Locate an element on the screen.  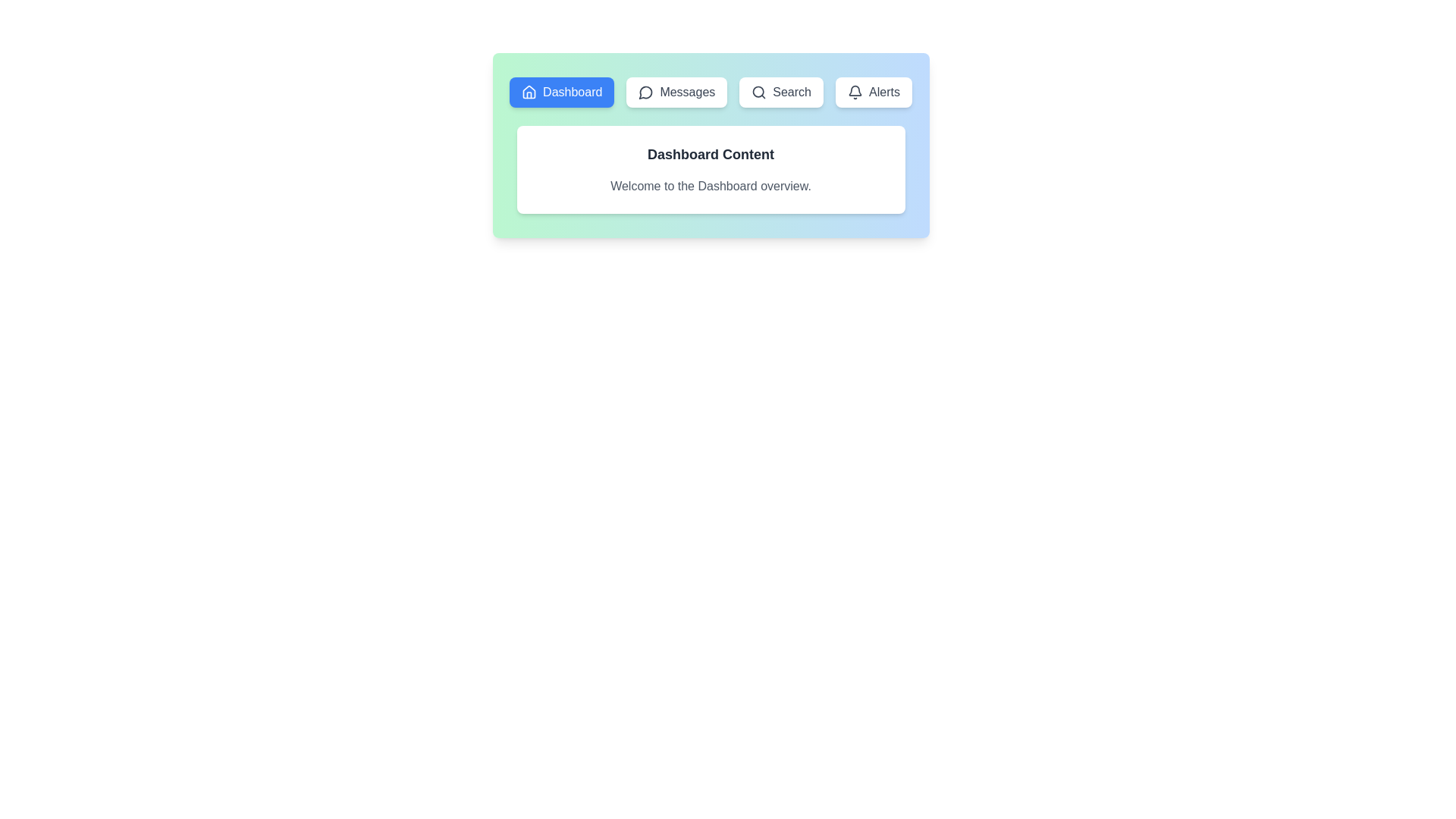
the tab labeled Search to view its content is located at coordinates (781, 93).